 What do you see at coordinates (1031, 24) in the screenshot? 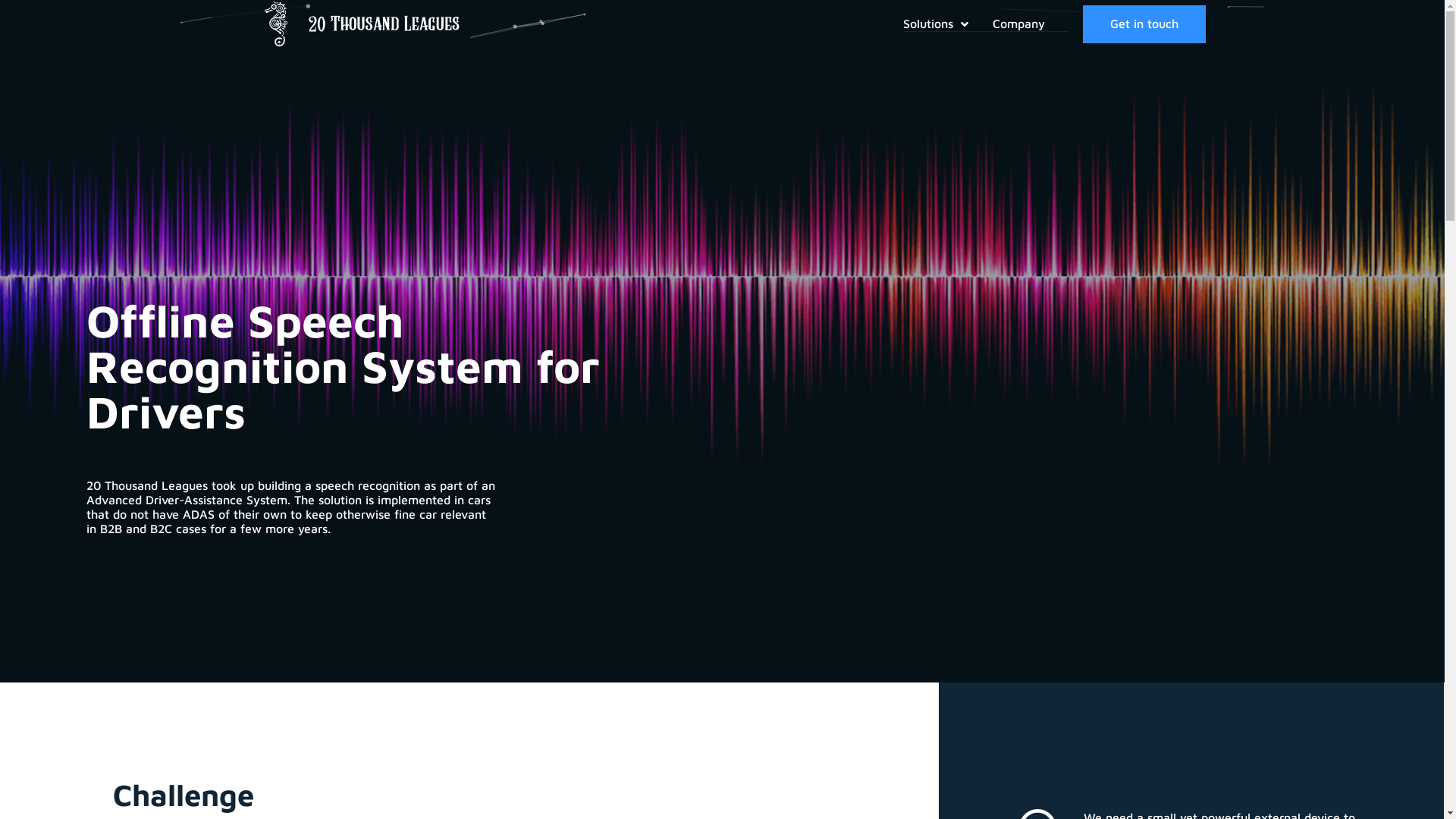
I see `'Company'` at bounding box center [1031, 24].